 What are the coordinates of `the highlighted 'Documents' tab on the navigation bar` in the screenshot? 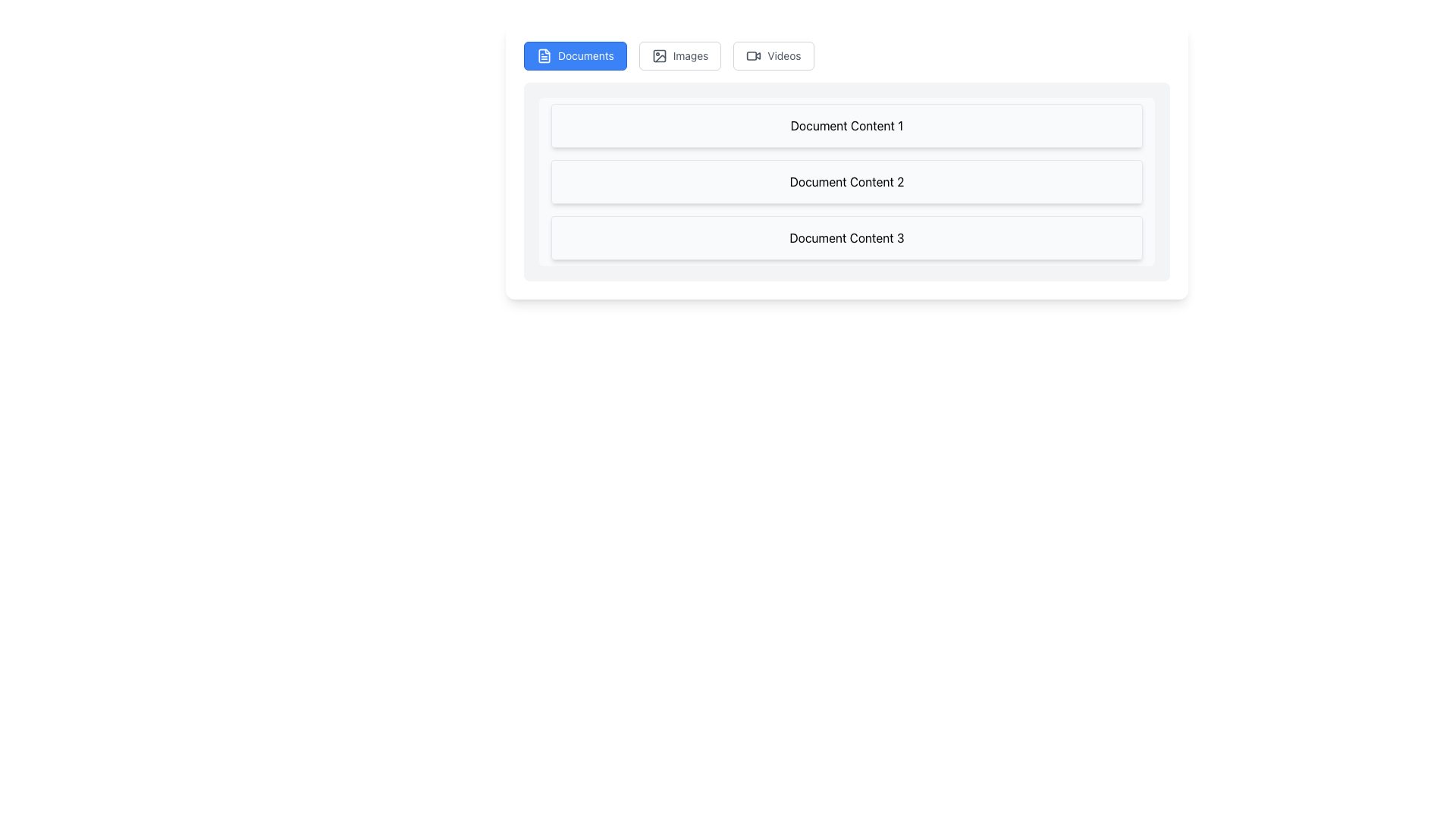 It's located at (846, 55).